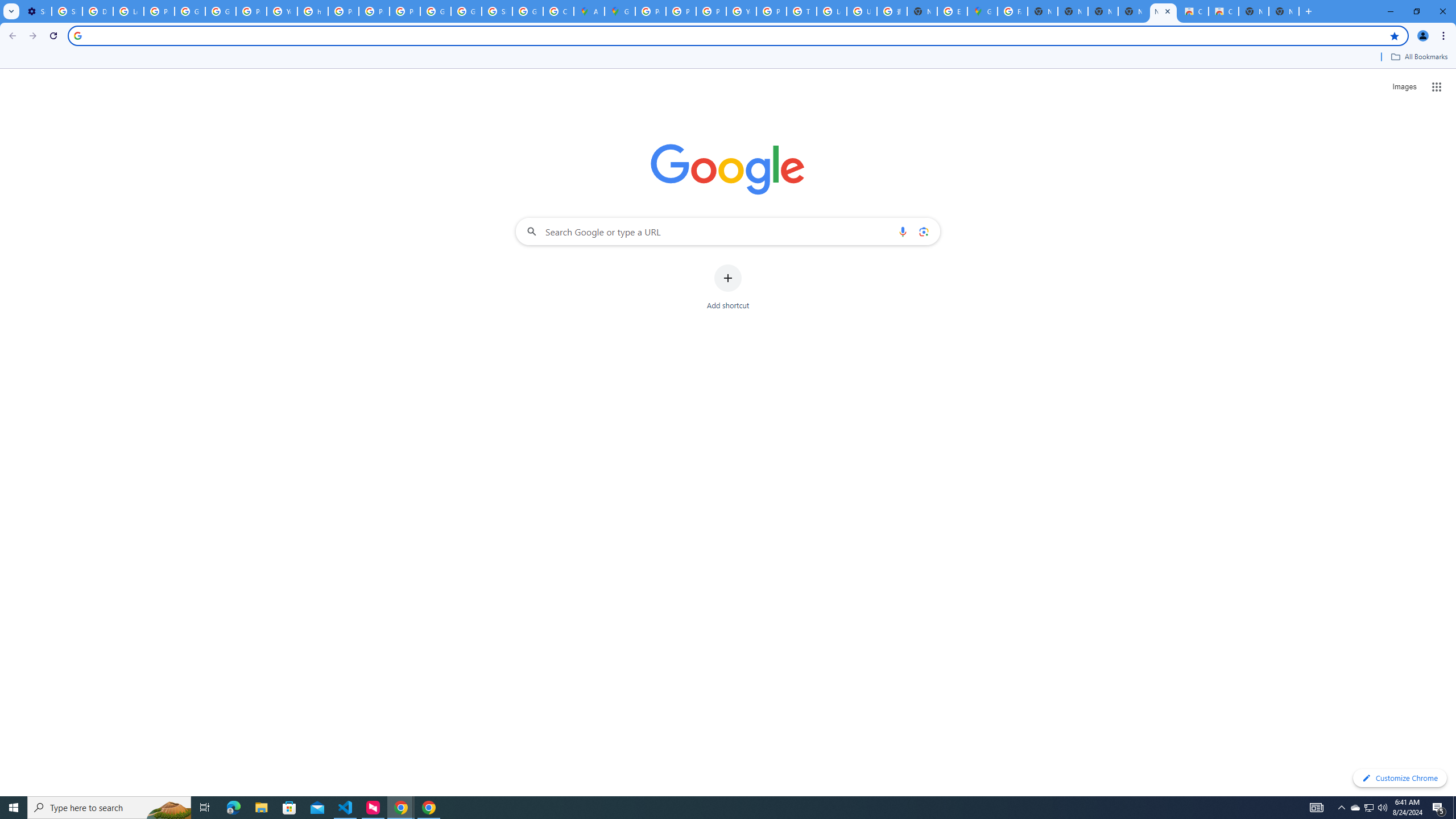 Image resolution: width=1456 pixels, height=819 pixels. Describe the element at coordinates (1284, 11) in the screenshot. I see `'New Tab'` at that location.